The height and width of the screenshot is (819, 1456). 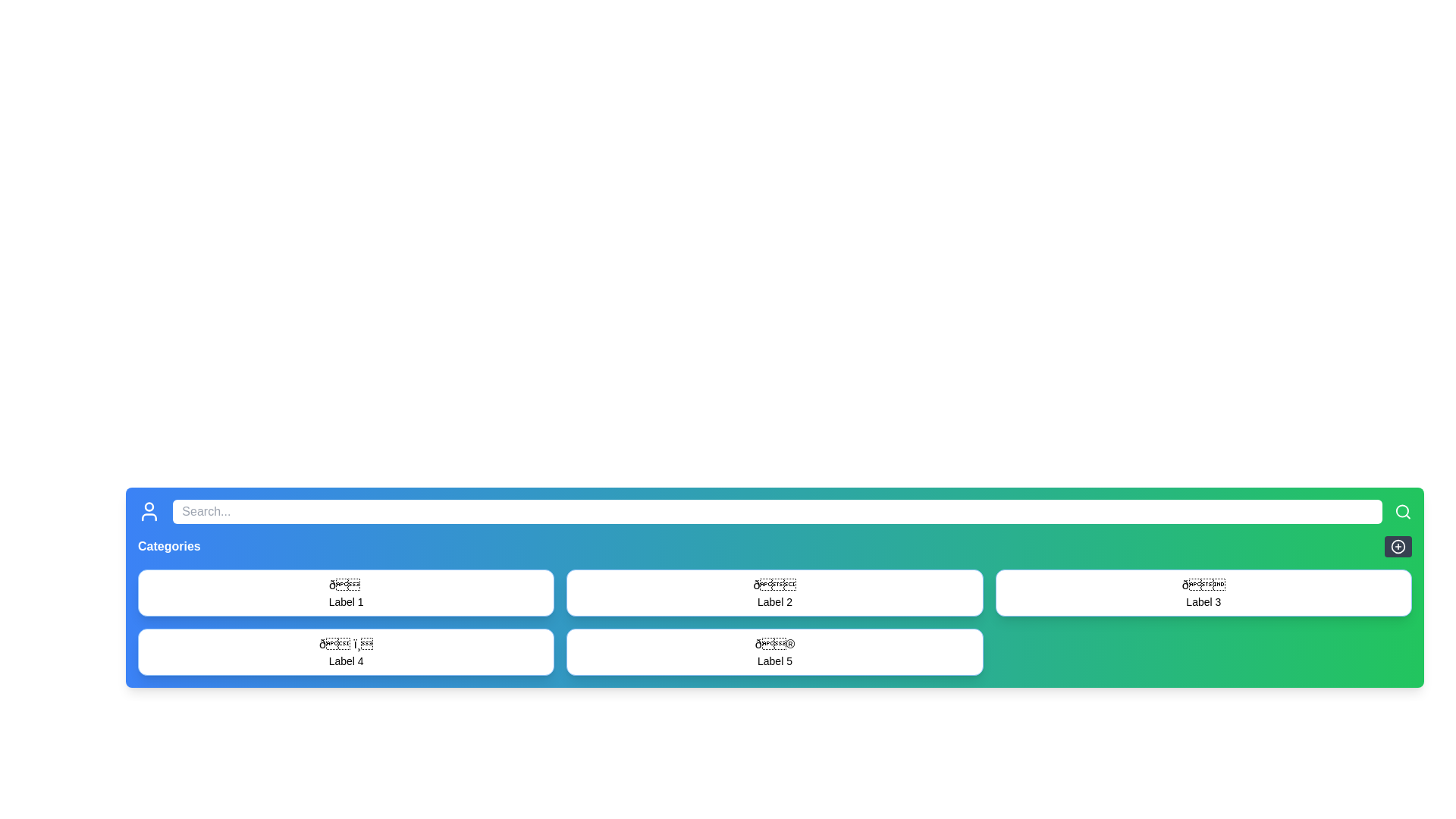 I want to click on the header bar with interactive controls that has a gradient background and includes a 'Categories' label and a plus icon button, located at the specified coordinates, so click(x=775, y=547).